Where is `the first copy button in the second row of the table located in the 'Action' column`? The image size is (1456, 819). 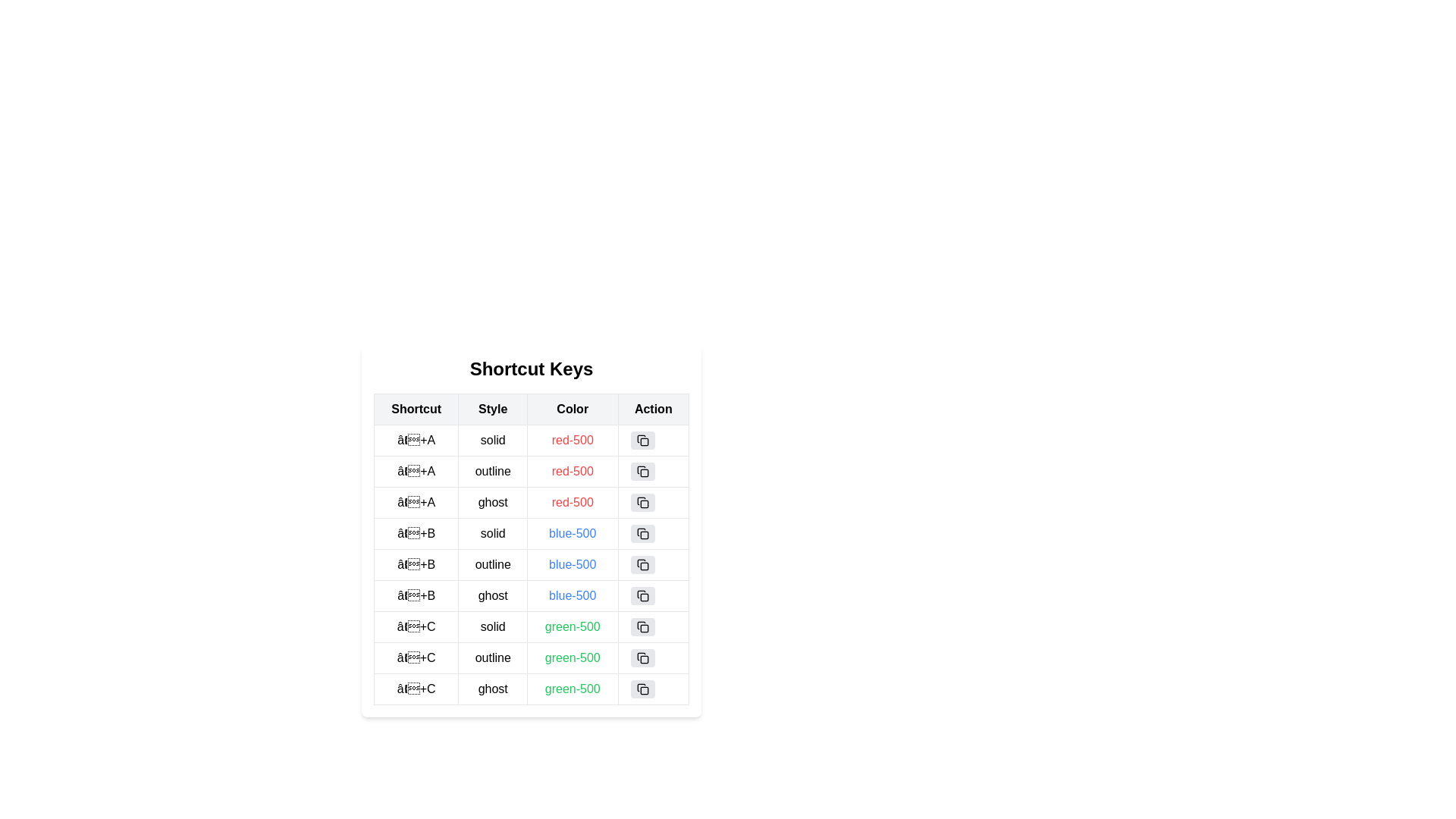
the first copy button in the second row of the table located in the 'Action' column is located at coordinates (642, 470).